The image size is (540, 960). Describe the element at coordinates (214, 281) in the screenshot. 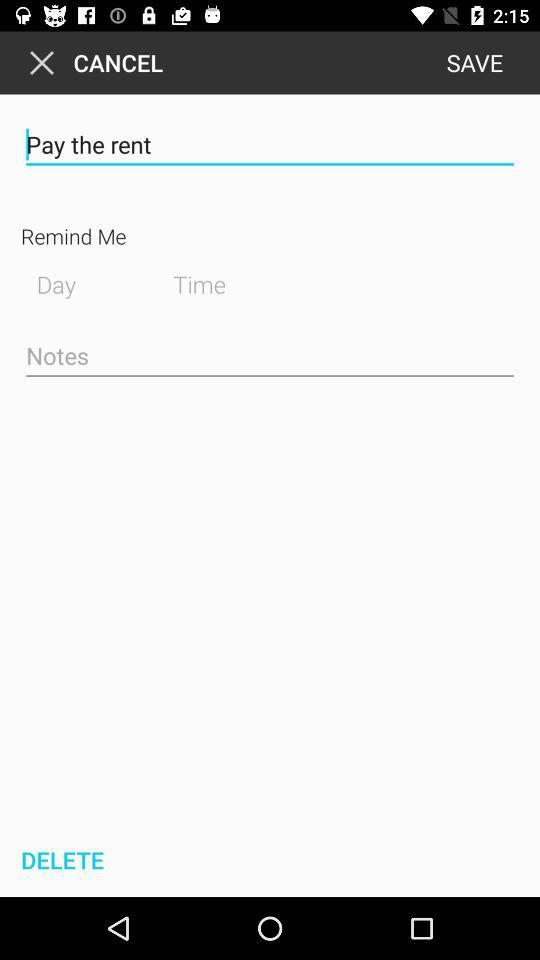

I see `item to the right of day` at that location.